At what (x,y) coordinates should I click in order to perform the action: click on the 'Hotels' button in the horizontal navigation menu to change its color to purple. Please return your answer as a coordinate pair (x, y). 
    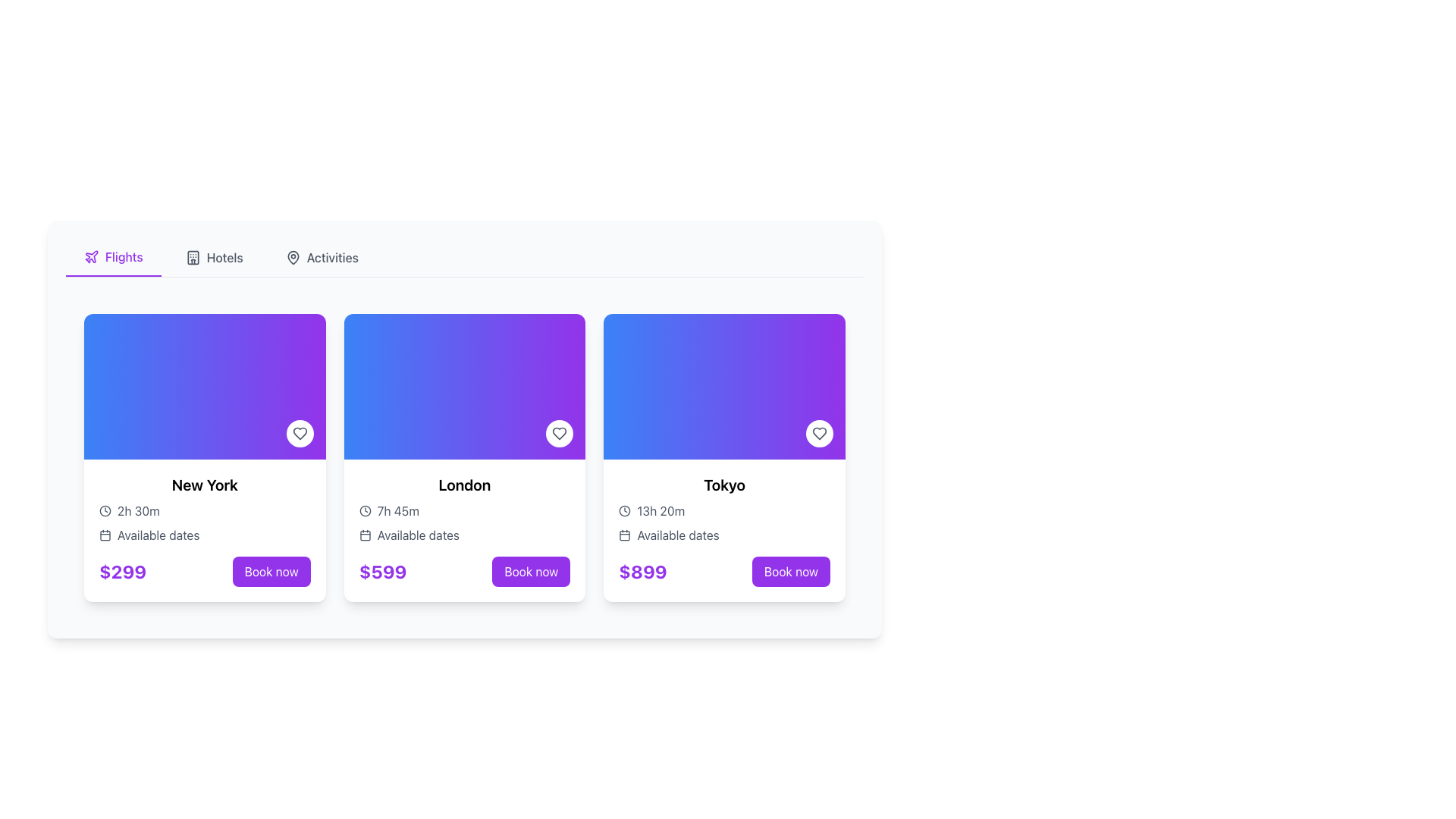
    Looking at the image, I should click on (213, 256).